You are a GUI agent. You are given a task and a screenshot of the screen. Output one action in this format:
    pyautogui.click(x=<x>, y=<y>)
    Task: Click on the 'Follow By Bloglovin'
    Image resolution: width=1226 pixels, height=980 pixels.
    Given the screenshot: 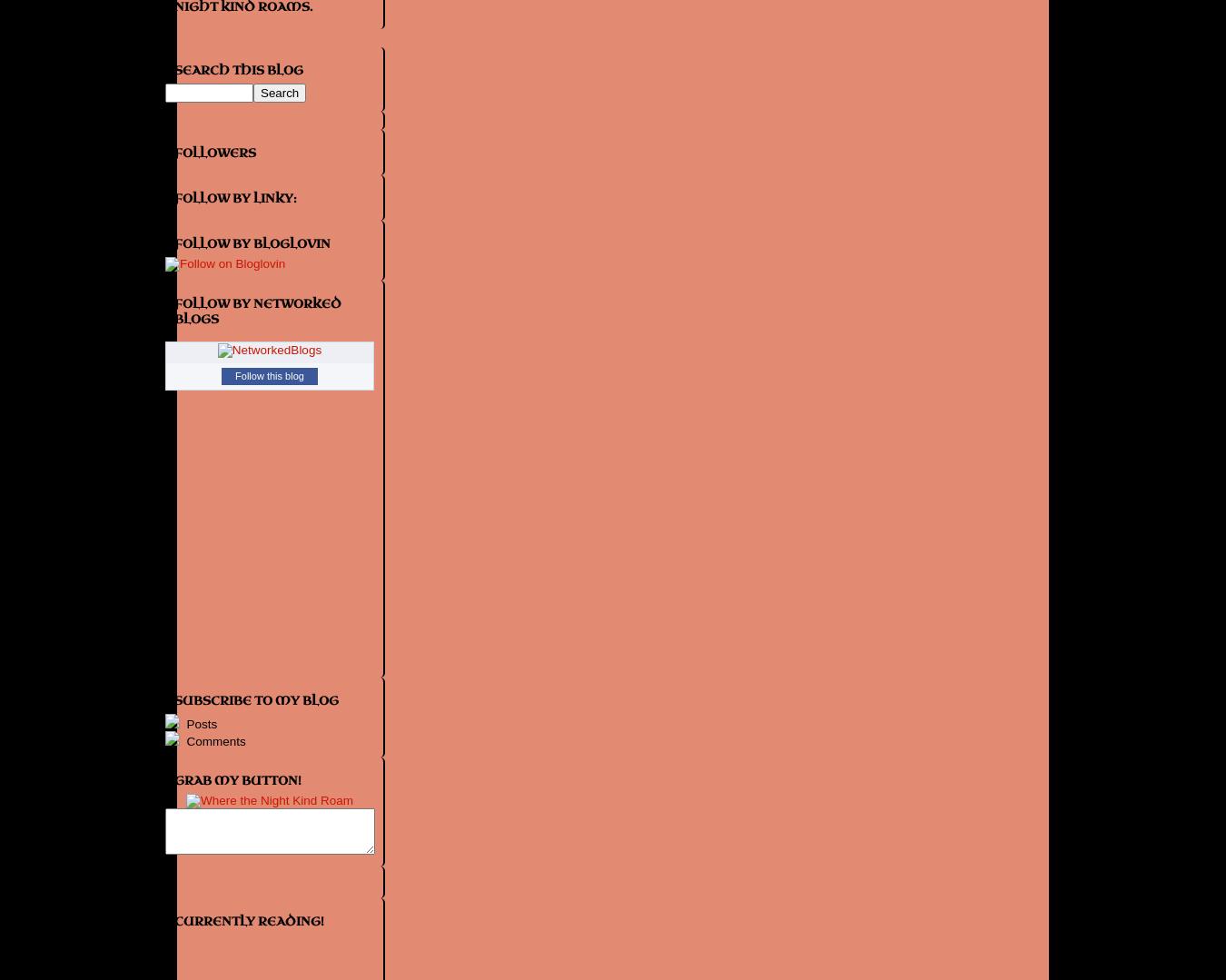 What is the action you would take?
    pyautogui.click(x=251, y=243)
    